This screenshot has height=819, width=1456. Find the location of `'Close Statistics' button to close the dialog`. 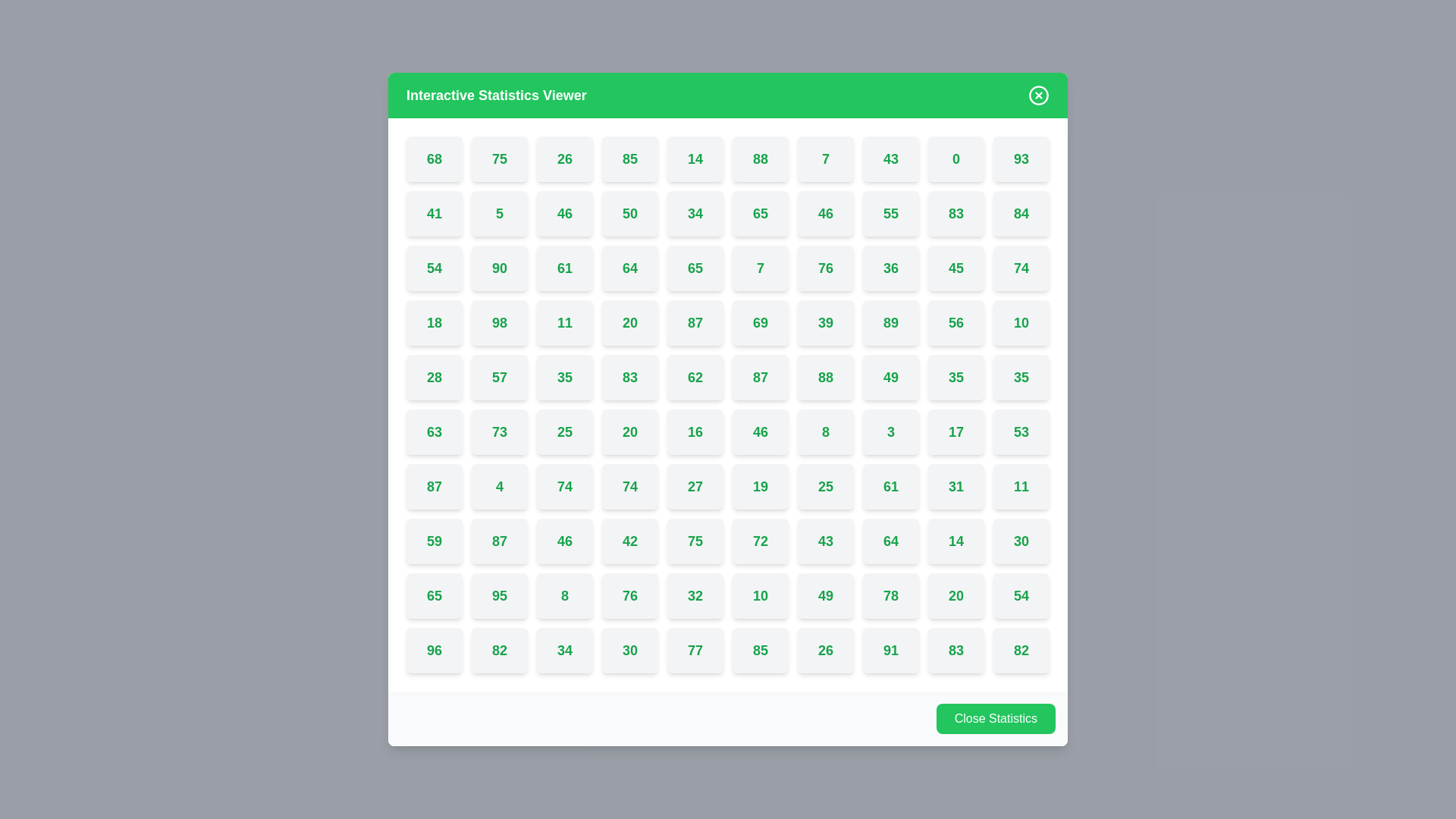

'Close Statistics' button to close the dialog is located at coordinates (996, 718).